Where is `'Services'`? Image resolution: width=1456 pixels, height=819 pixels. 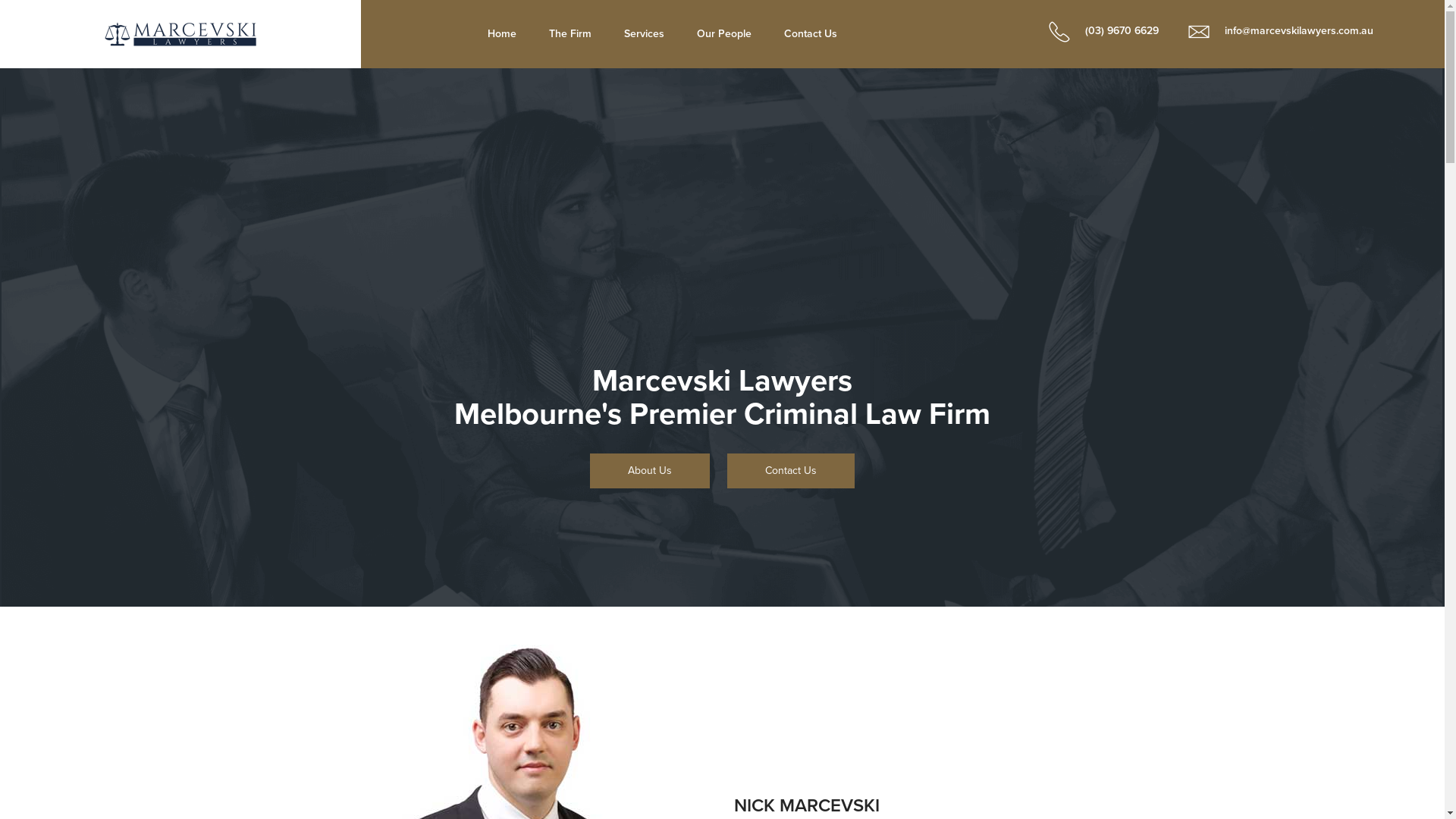 'Services' is located at coordinates (644, 34).